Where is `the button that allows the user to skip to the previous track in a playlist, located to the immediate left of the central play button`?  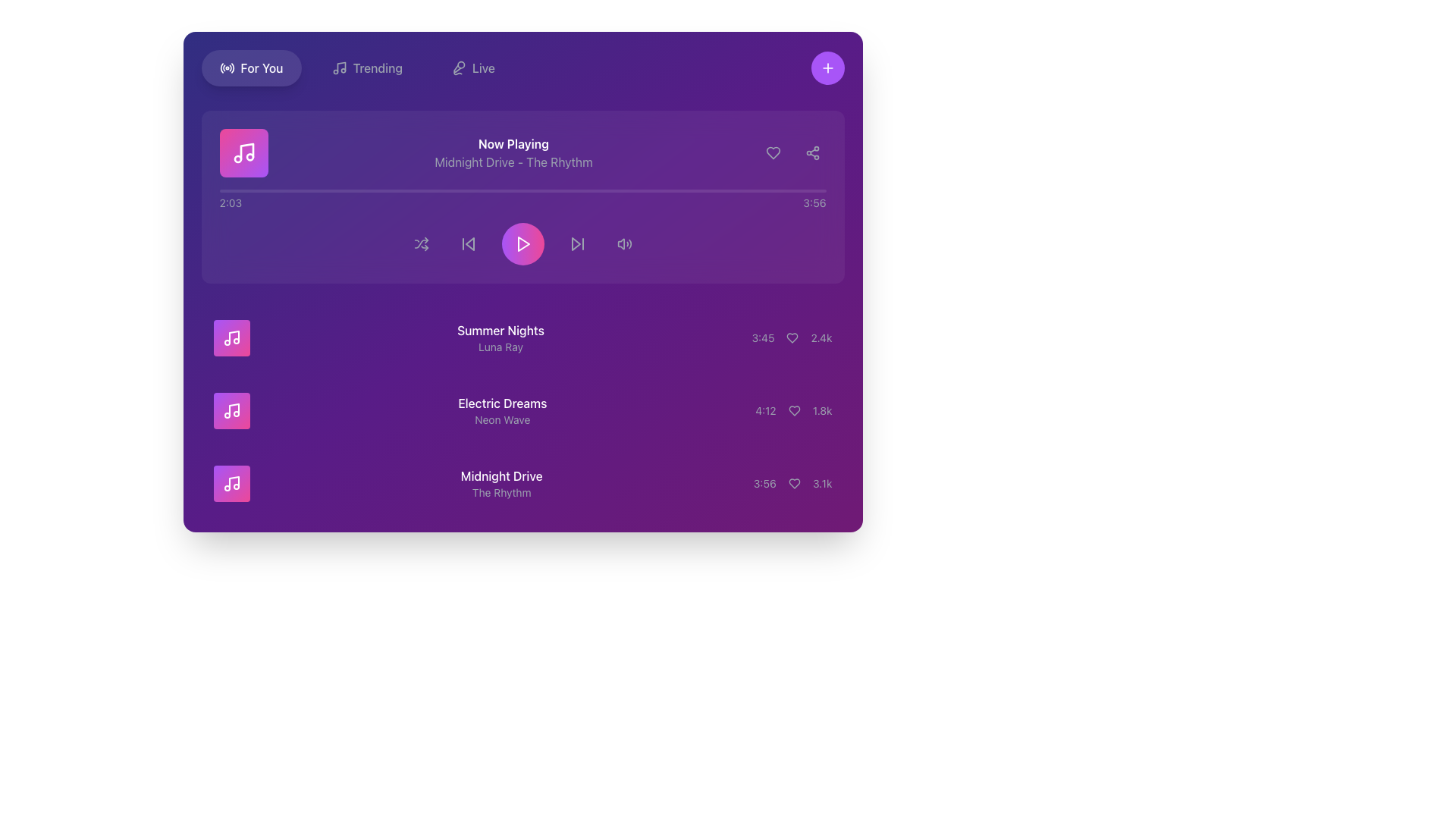
the button that allows the user to skip to the previous track in a playlist, located to the immediate left of the central play button is located at coordinates (467, 243).